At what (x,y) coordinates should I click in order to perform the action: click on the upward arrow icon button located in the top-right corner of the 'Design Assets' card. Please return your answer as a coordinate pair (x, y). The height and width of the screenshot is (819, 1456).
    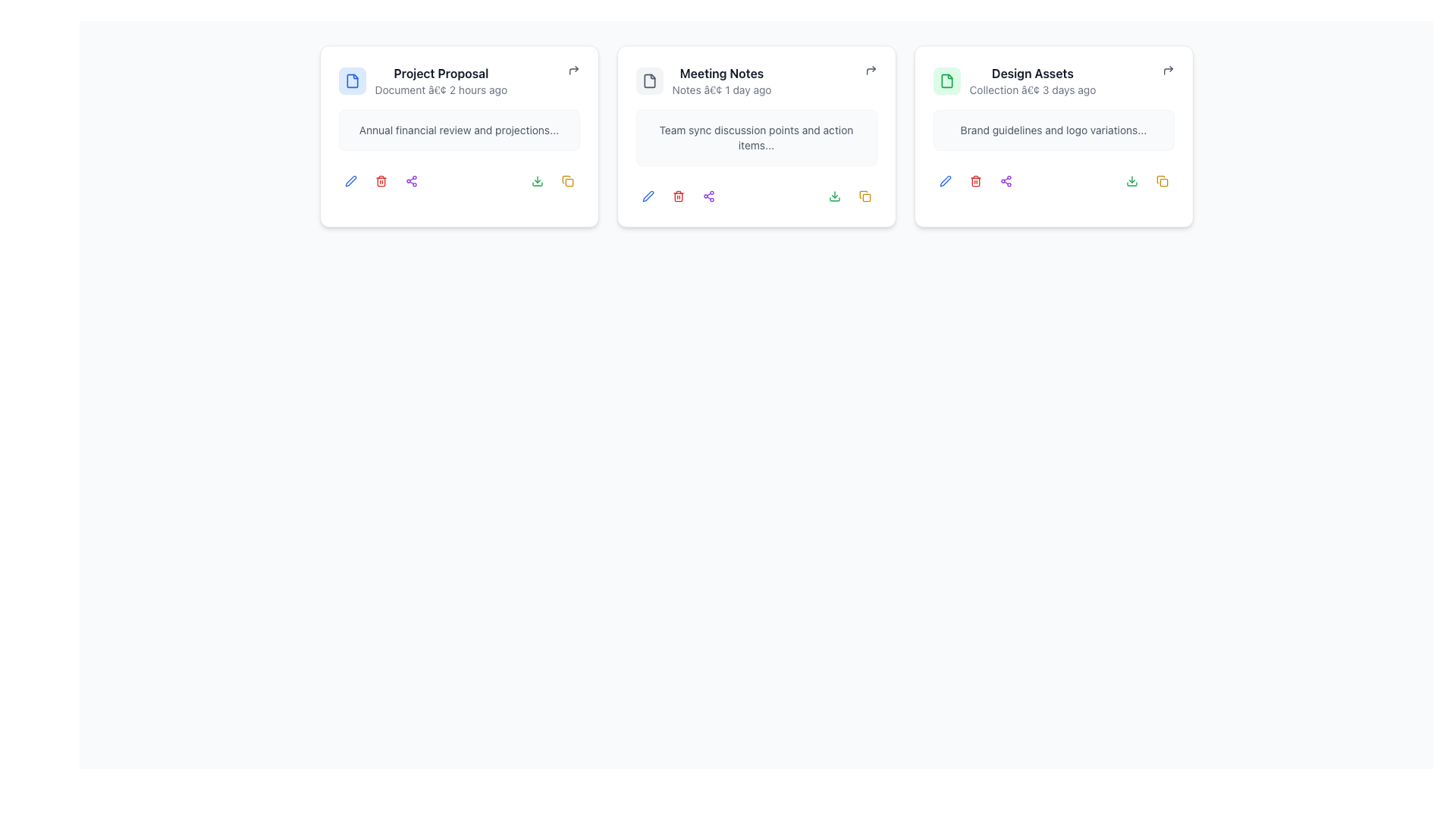
    Looking at the image, I should click on (1167, 70).